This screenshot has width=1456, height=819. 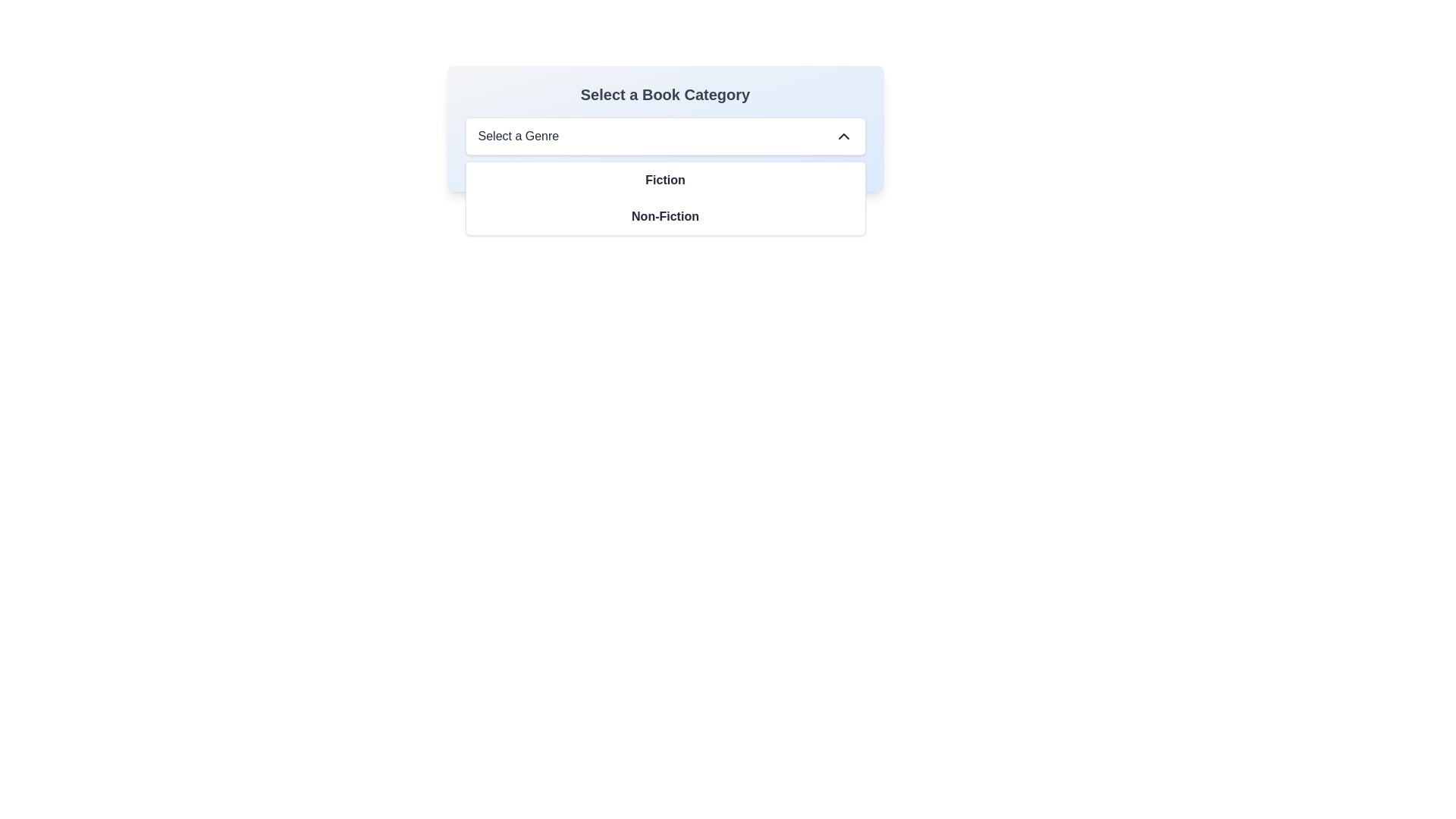 What do you see at coordinates (665, 216) in the screenshot?
I see `to select the 'Non-Fiction' category from the dropdown menu under 'Select a Book Category'` at bounding box center [665, 216].